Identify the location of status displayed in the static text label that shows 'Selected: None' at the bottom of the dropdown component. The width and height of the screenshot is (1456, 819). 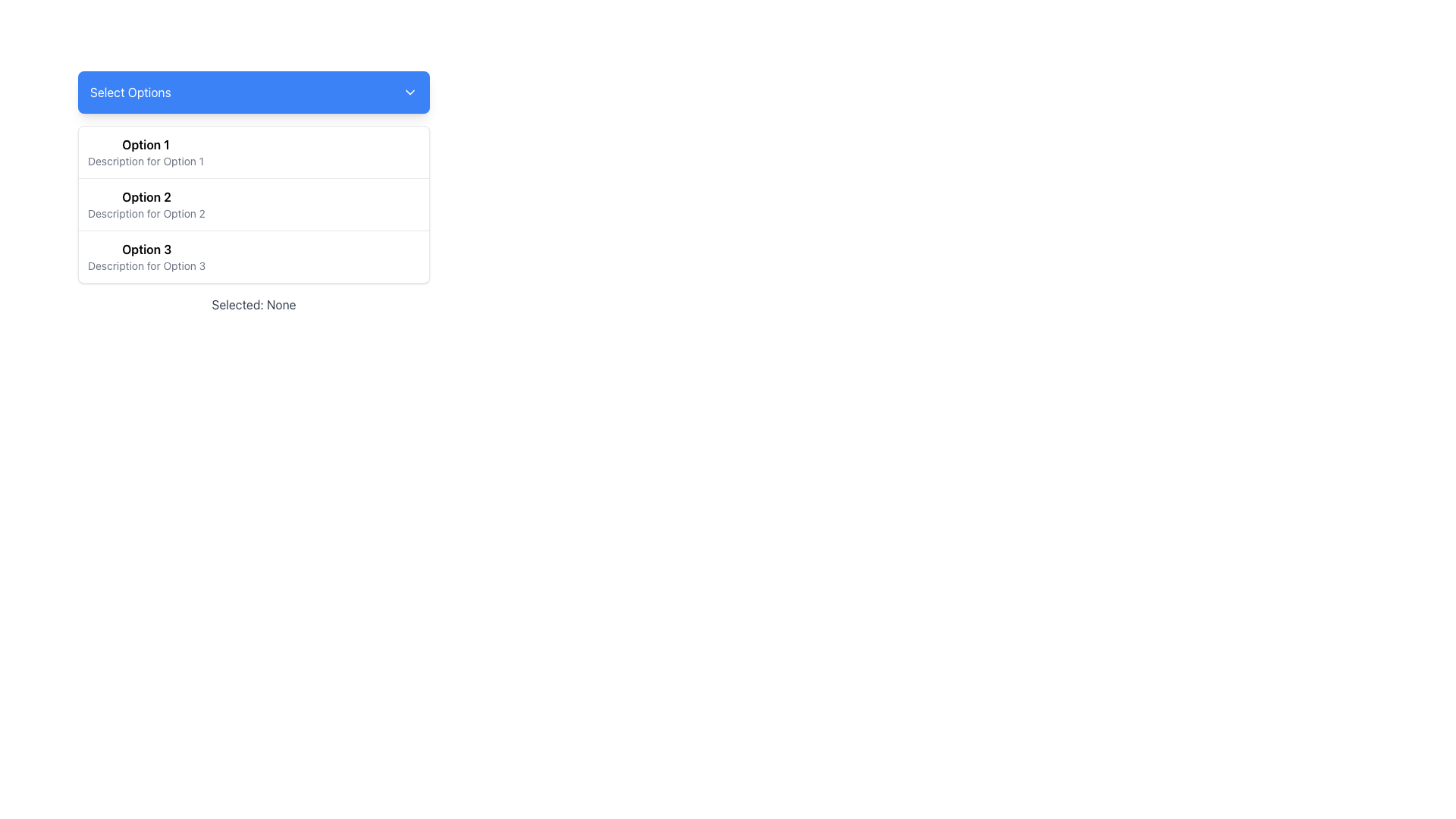
(254, 304).